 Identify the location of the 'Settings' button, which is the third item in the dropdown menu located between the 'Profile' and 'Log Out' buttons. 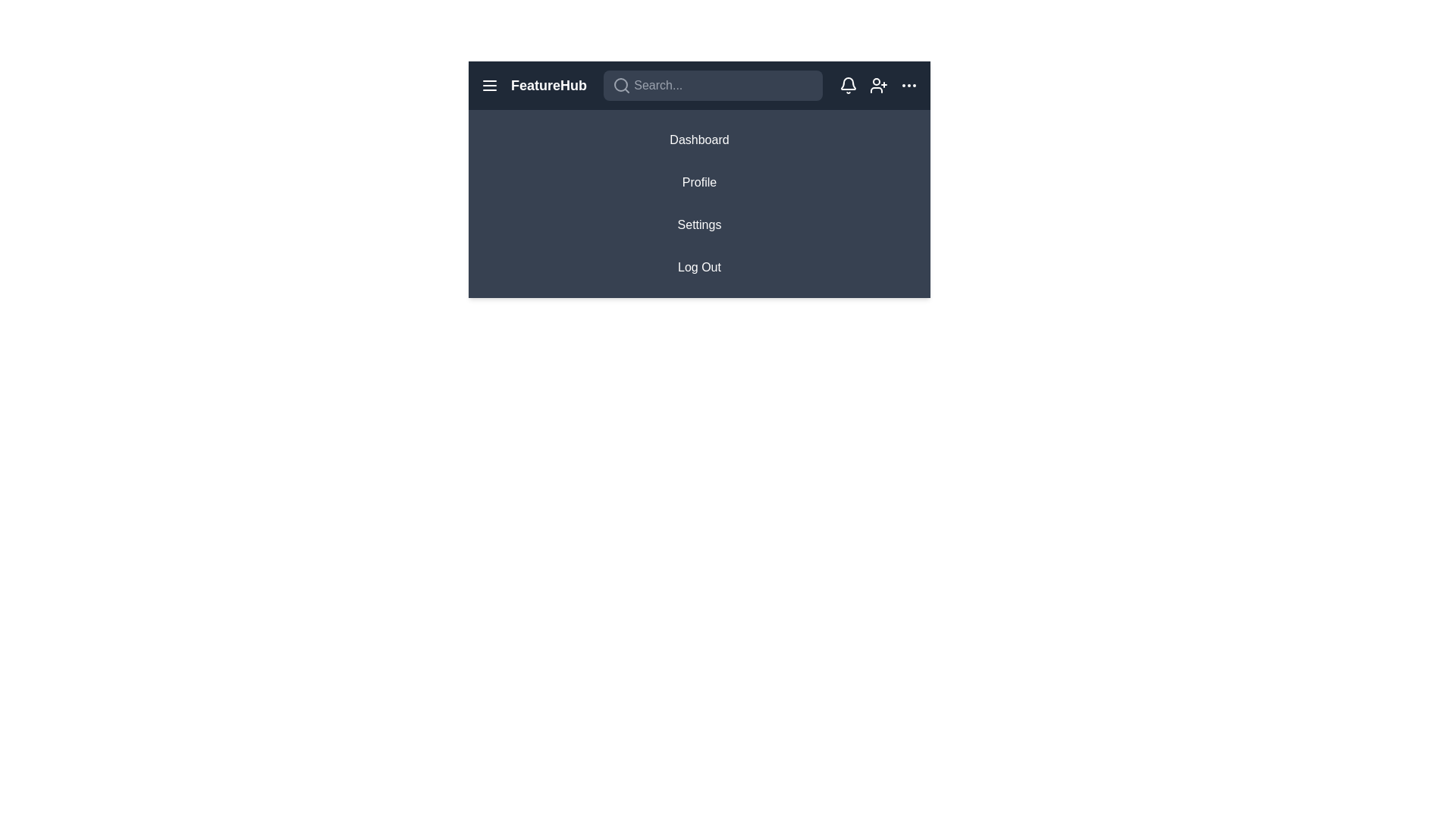
(698, 225).